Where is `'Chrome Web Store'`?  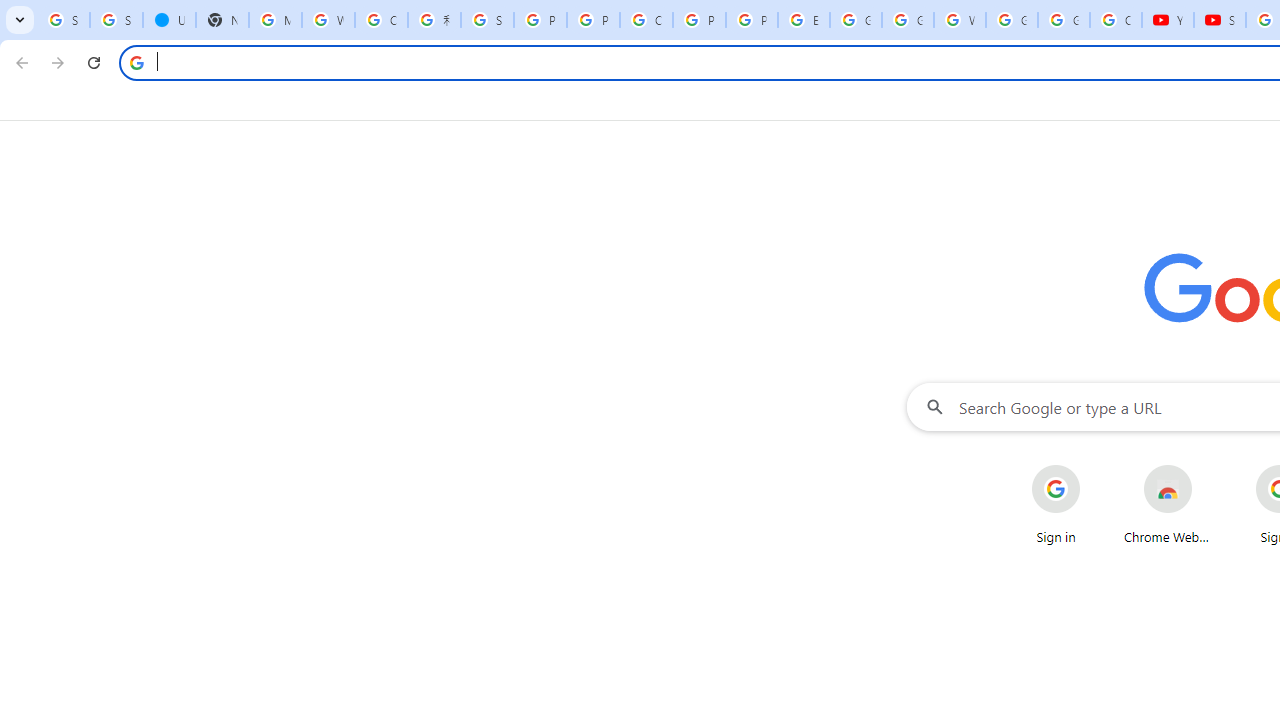
'Chrome Web Store' is located at coordinates (1168, 504).